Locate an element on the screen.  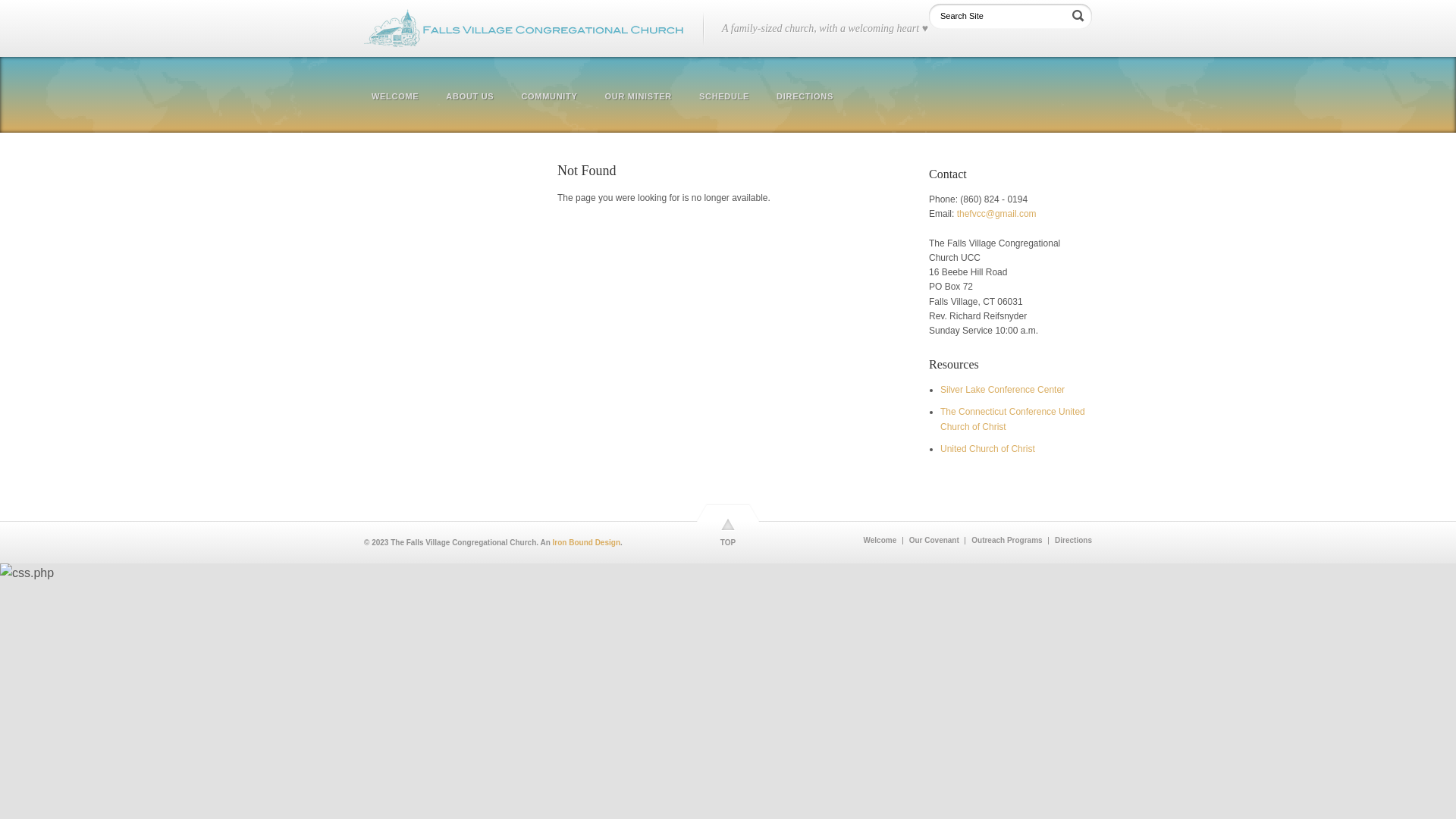
'COMMUNITY' is located at coordinates (548, 96).